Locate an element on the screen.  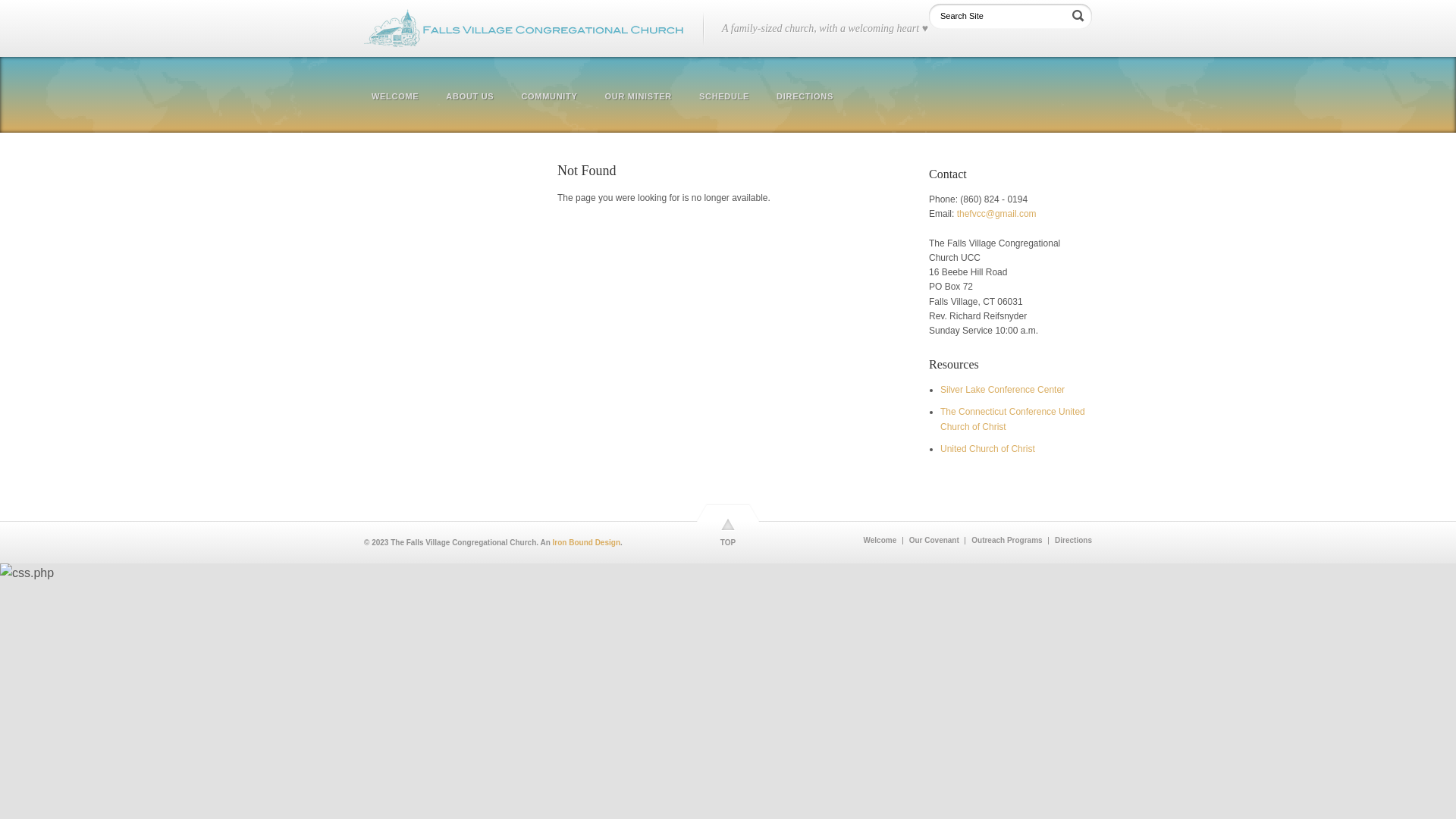
'COMMUNITY' is located at coordinates (548, 96).